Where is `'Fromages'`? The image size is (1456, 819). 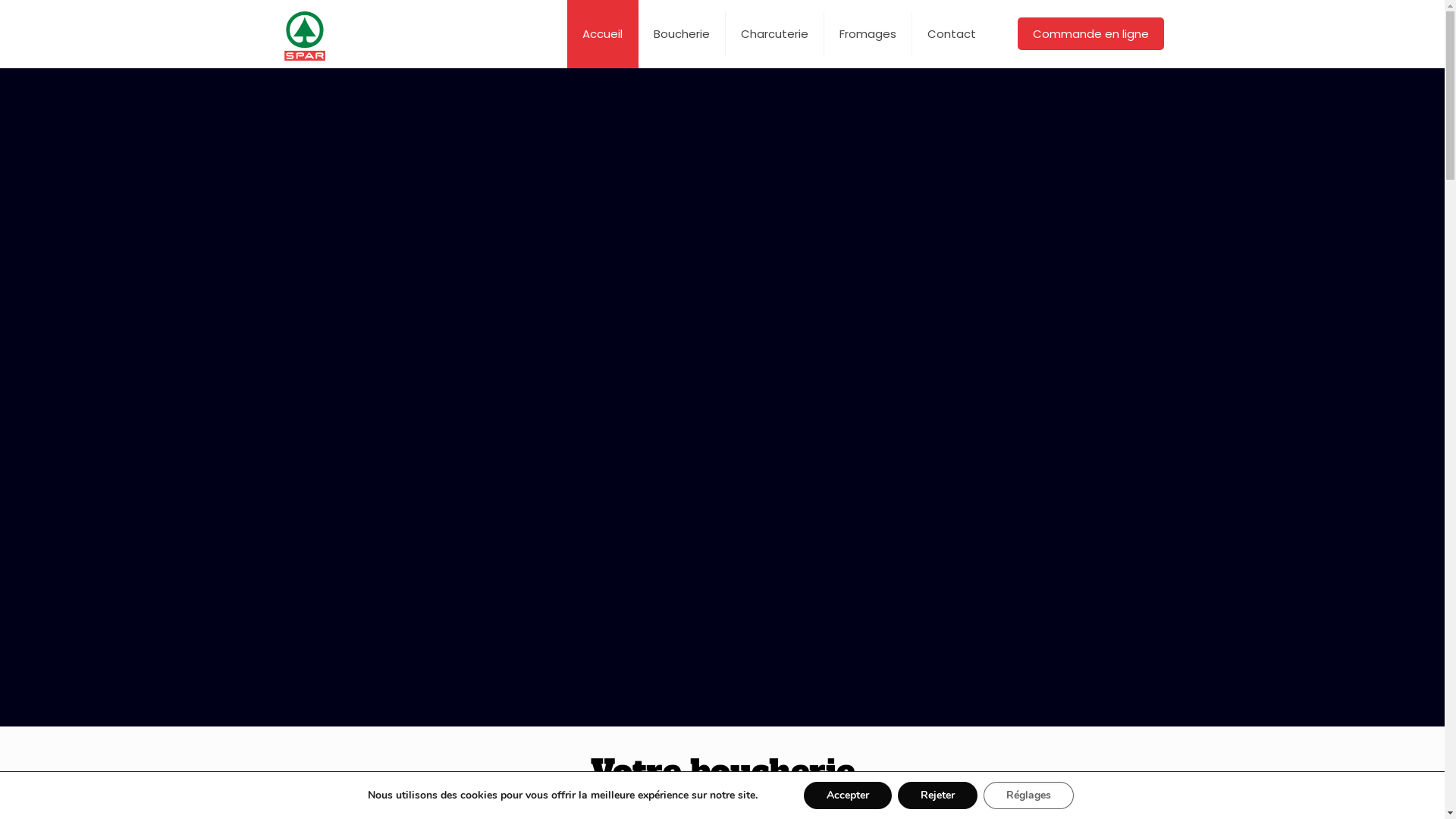 'Fromages' is located at coordinates (868, 34).